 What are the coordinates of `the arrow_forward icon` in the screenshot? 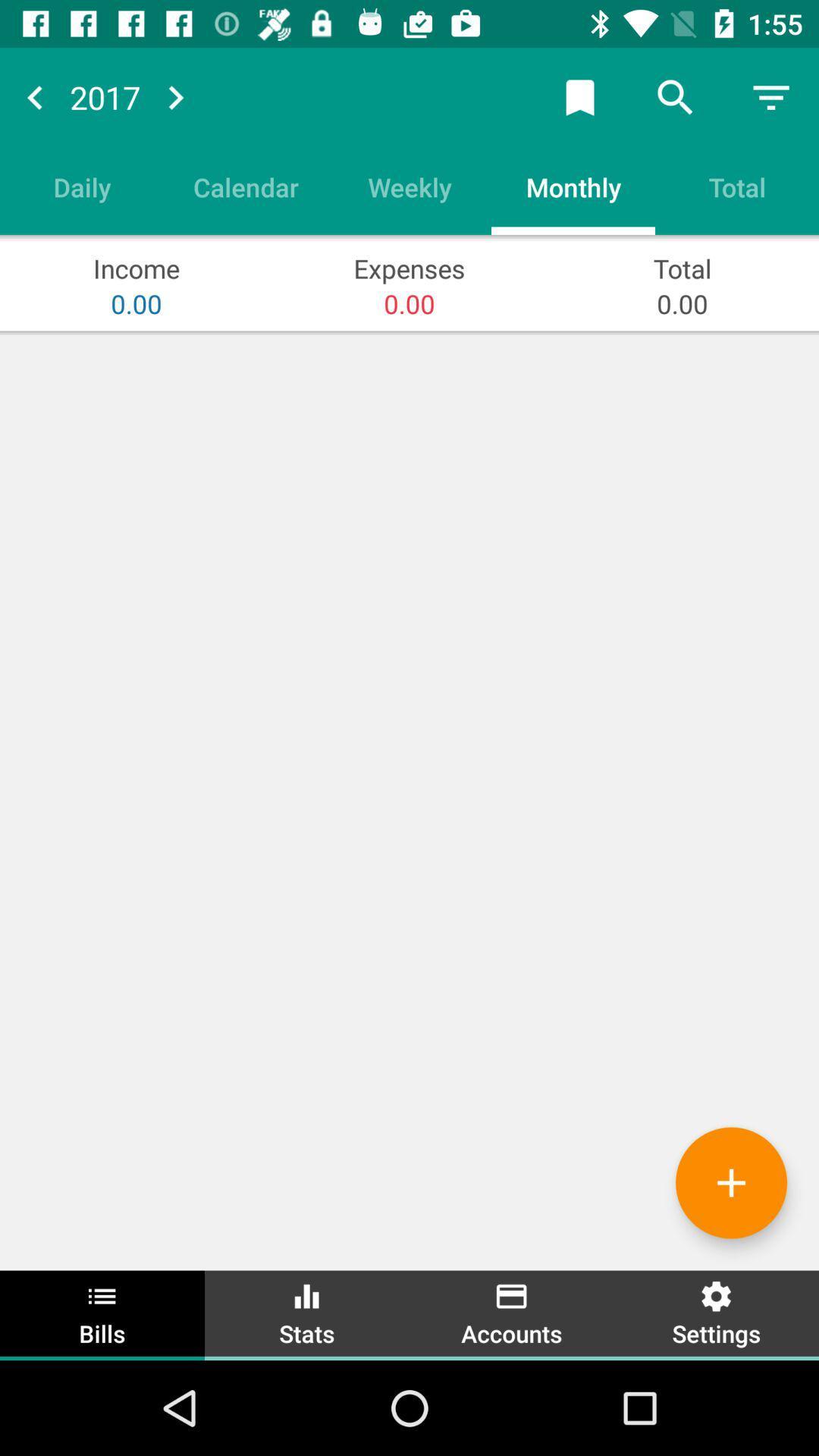 It's located at (174, 96).